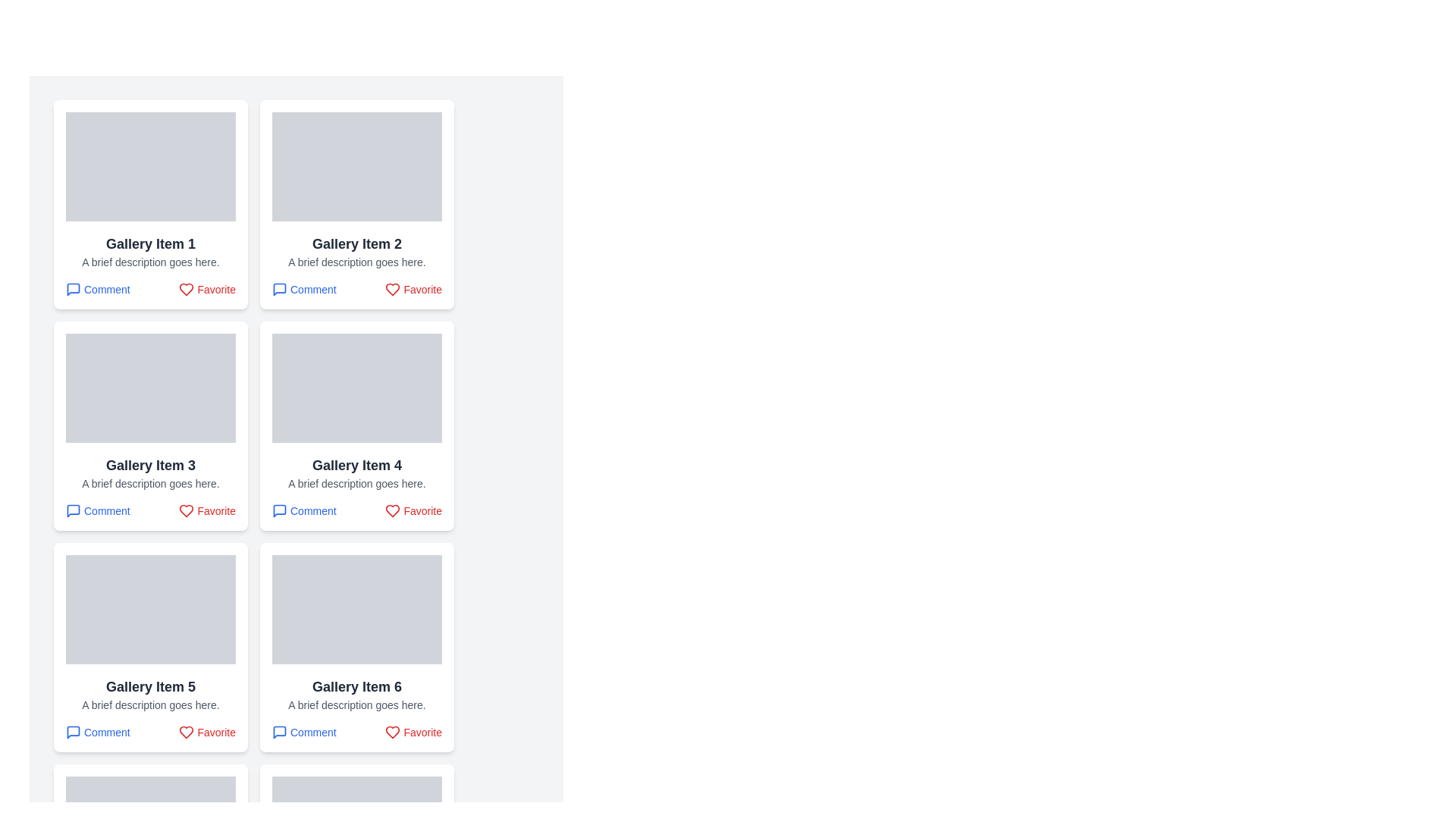 Image resolution: width=1456 pixels, height=819 pixels. What do you see at coordinates (186, 511) in the screenshot?
I see `the heart icon representing the 'favorite' action for Gallery Item 3 to possibly display a tooltip` at bounding box center [186, 511].